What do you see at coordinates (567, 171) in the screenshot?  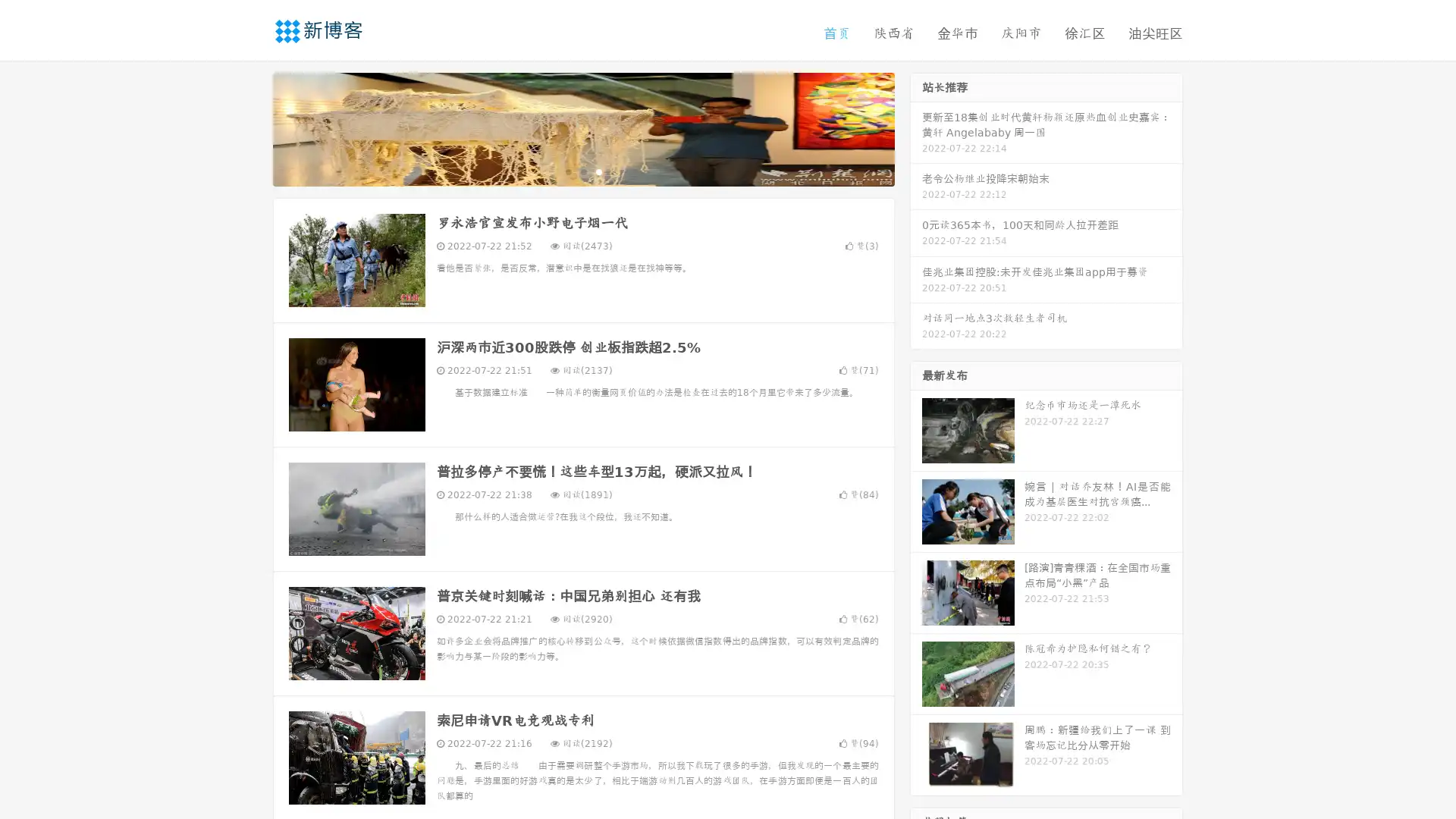 I see `Go to slide 1` at bounding box center [567, 171].